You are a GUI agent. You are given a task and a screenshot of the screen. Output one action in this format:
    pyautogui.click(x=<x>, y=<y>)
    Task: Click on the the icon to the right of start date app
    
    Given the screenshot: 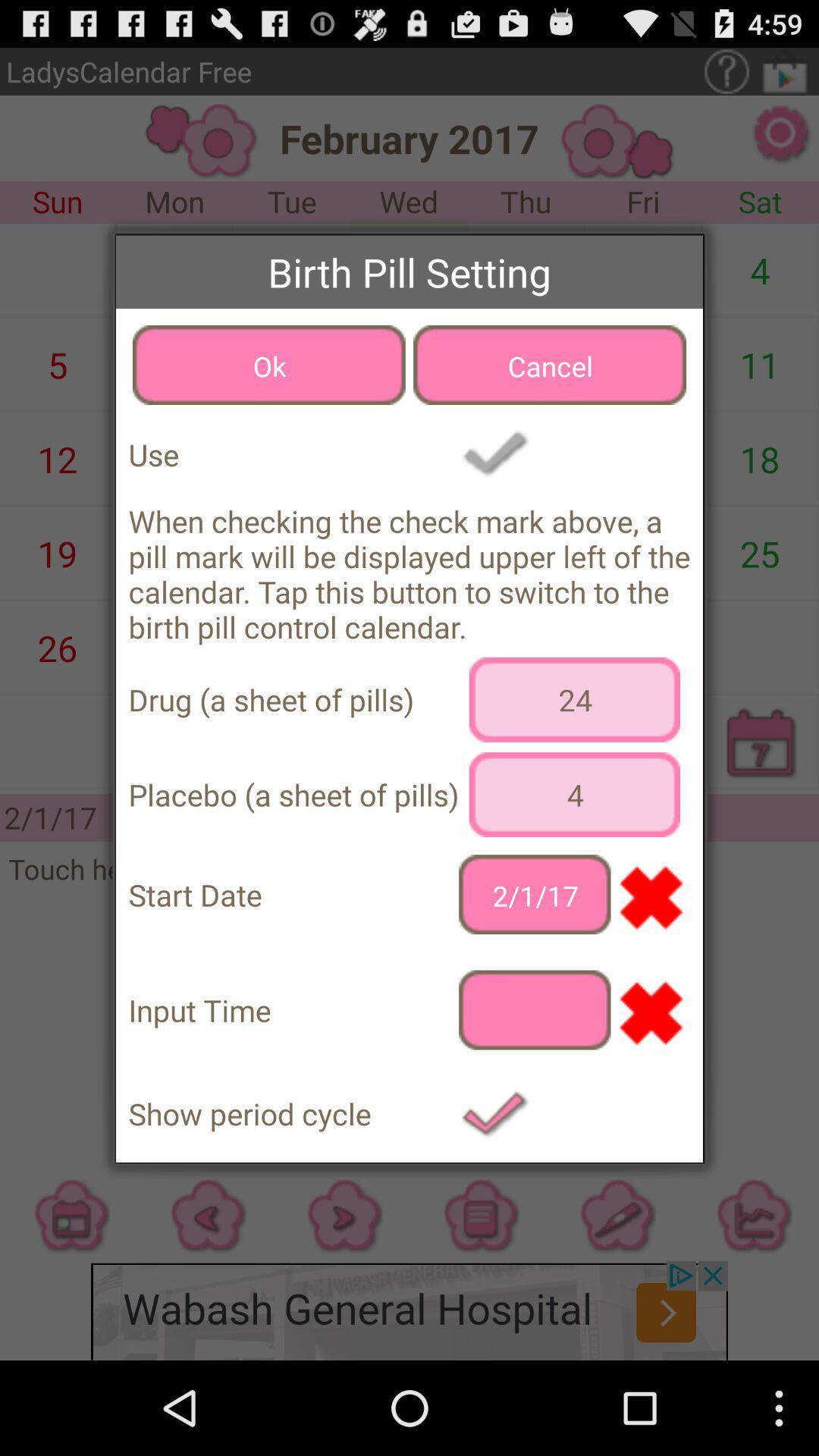 What is the action you would take?
    pyautogui.click(x=534, y=894)
    